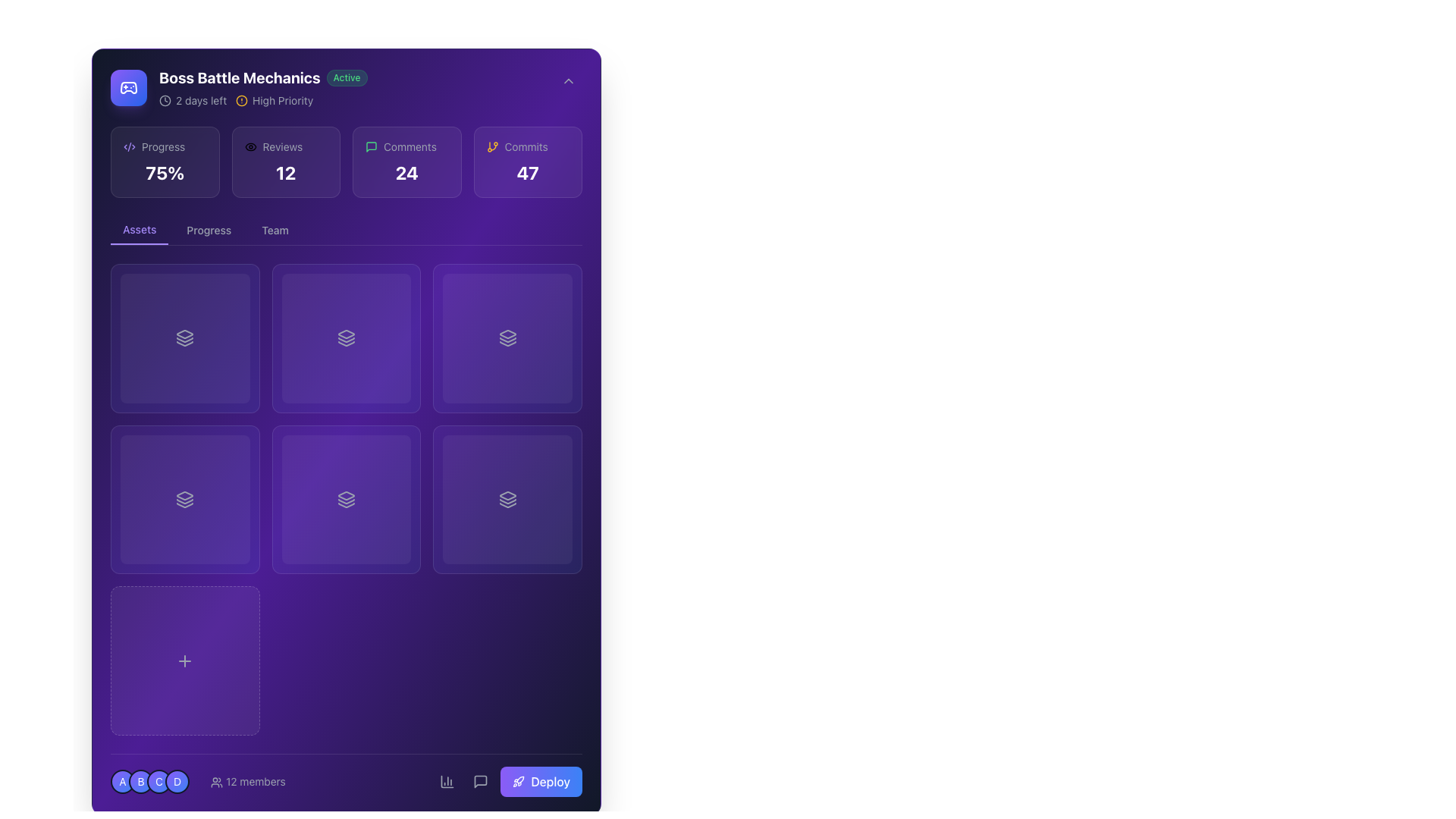 The image size is (1456, 819). What do you see at coordinates (480, 781) in the screenshot?
I see `the comments icon located at the bottom-right corner of the interface, which is the second icon from the left in a row of icons` at bounding box center [480, 781].